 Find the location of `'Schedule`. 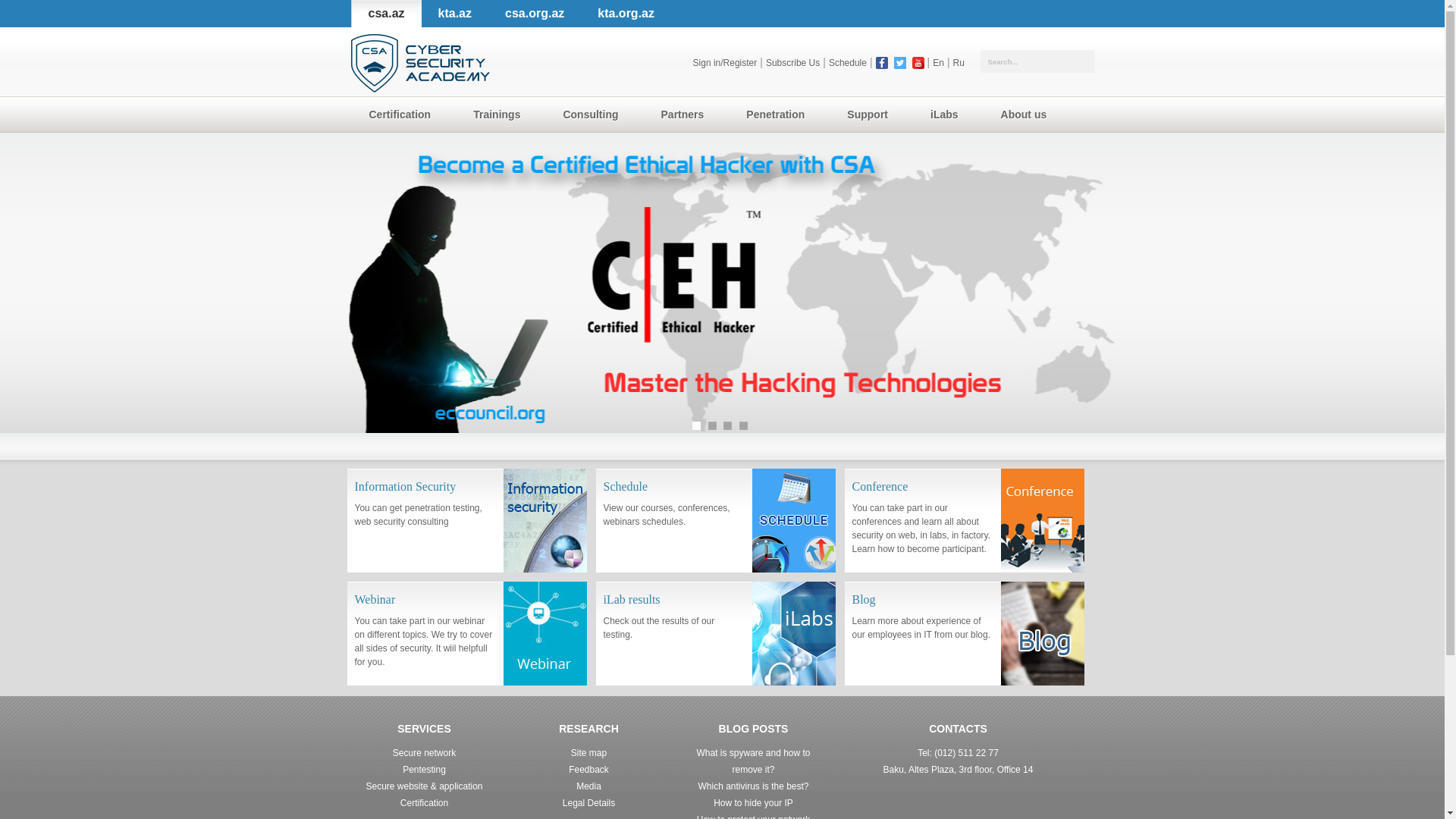

'Schedule is located at coordinates (595, 519).